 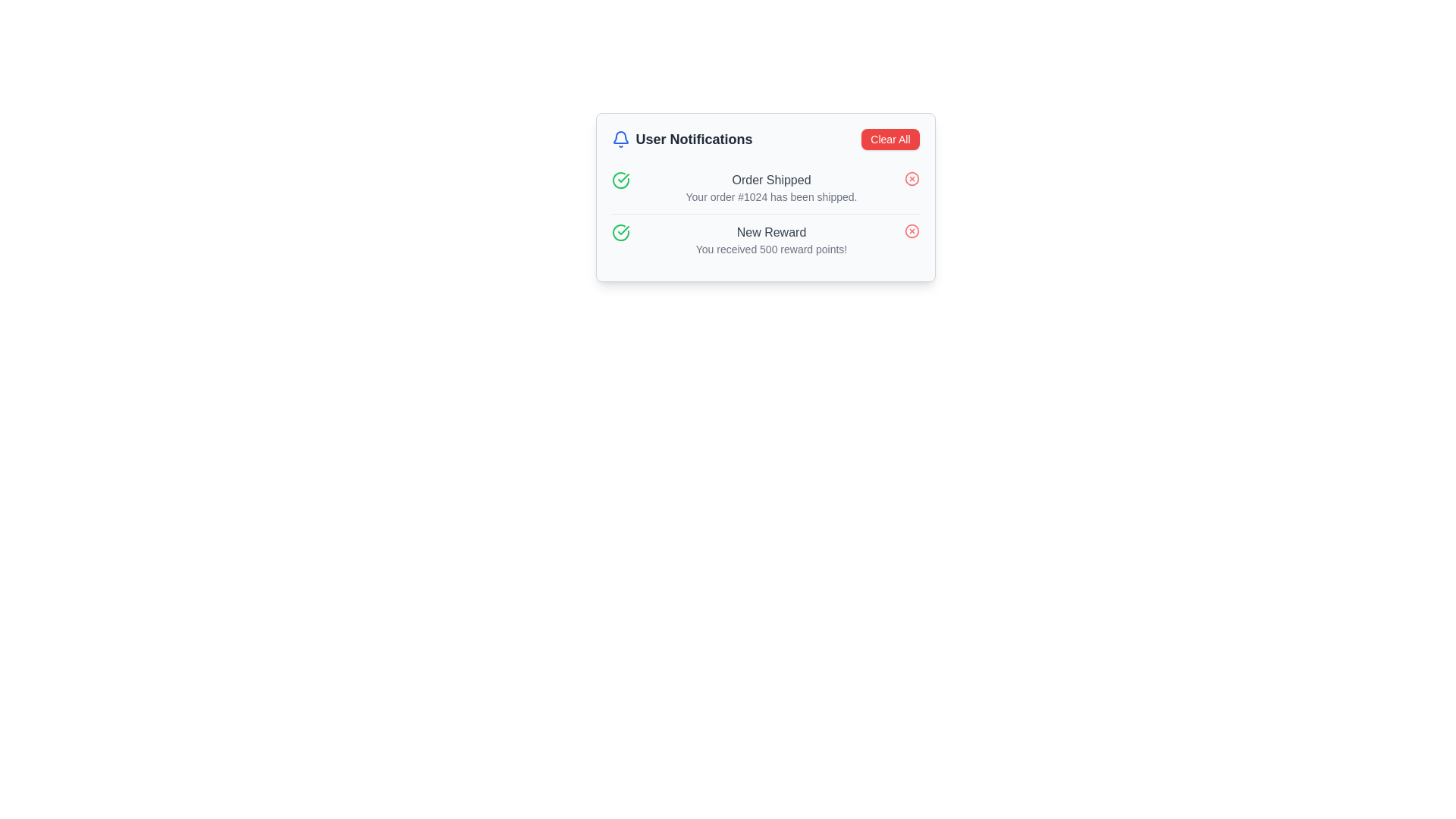 What do you see at coordinates (911, 177) in the screenshot?
I see `the central circular part of the dismiss icon for the 'Order Shipped' notification about order #1024` at bounding box center [911, 177].